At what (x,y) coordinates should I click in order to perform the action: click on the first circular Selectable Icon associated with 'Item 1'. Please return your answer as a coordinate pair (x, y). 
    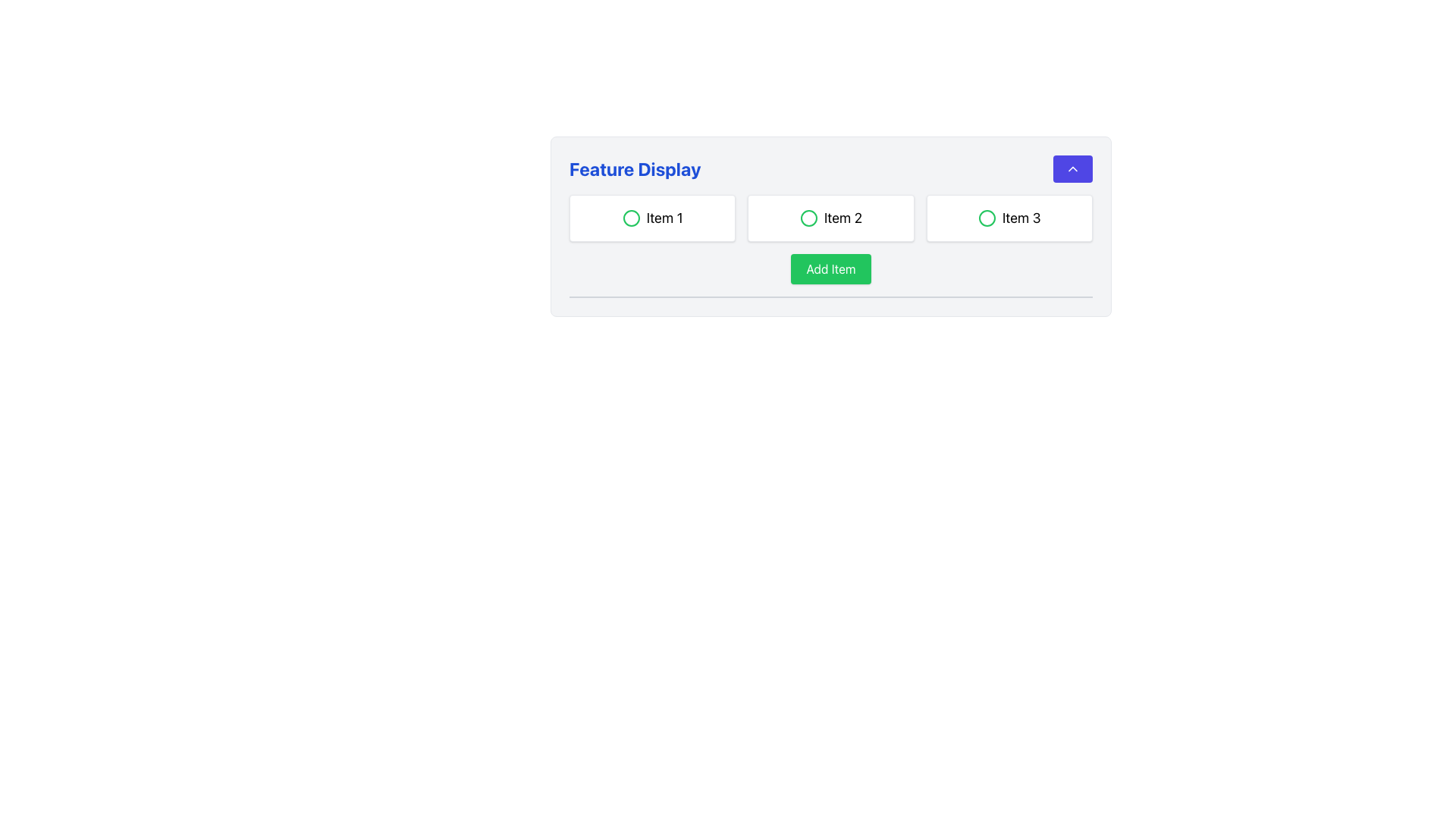
    Looking at the image, I should click on (631, 218).